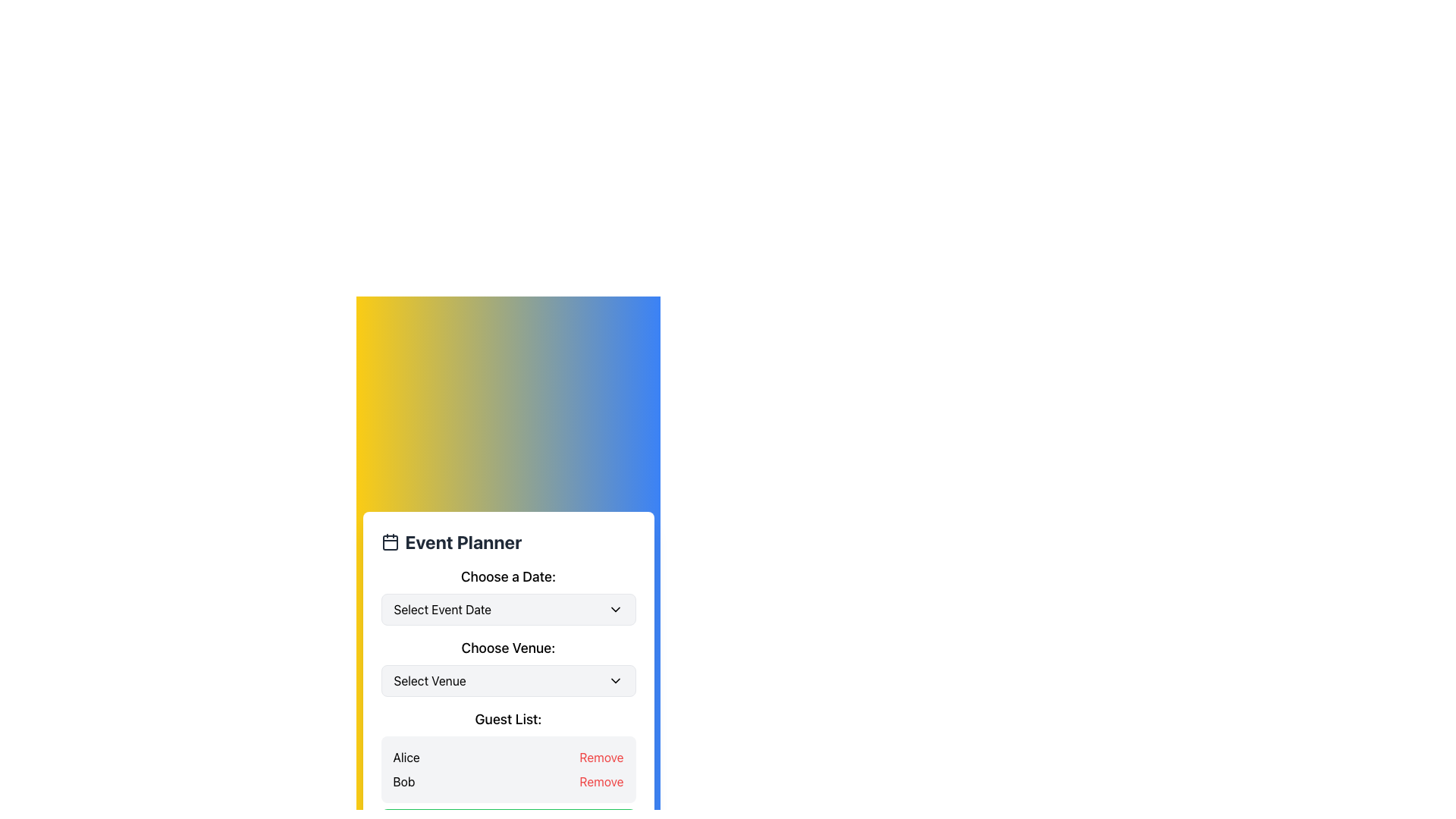 This screenshot has width=1456, height=819. What do you see at coordinates (508, 758) in the screenshot?
I see `the 'Remove' button associated with the list item displaying the name 'Alice'` at bounding box center [508, 758].